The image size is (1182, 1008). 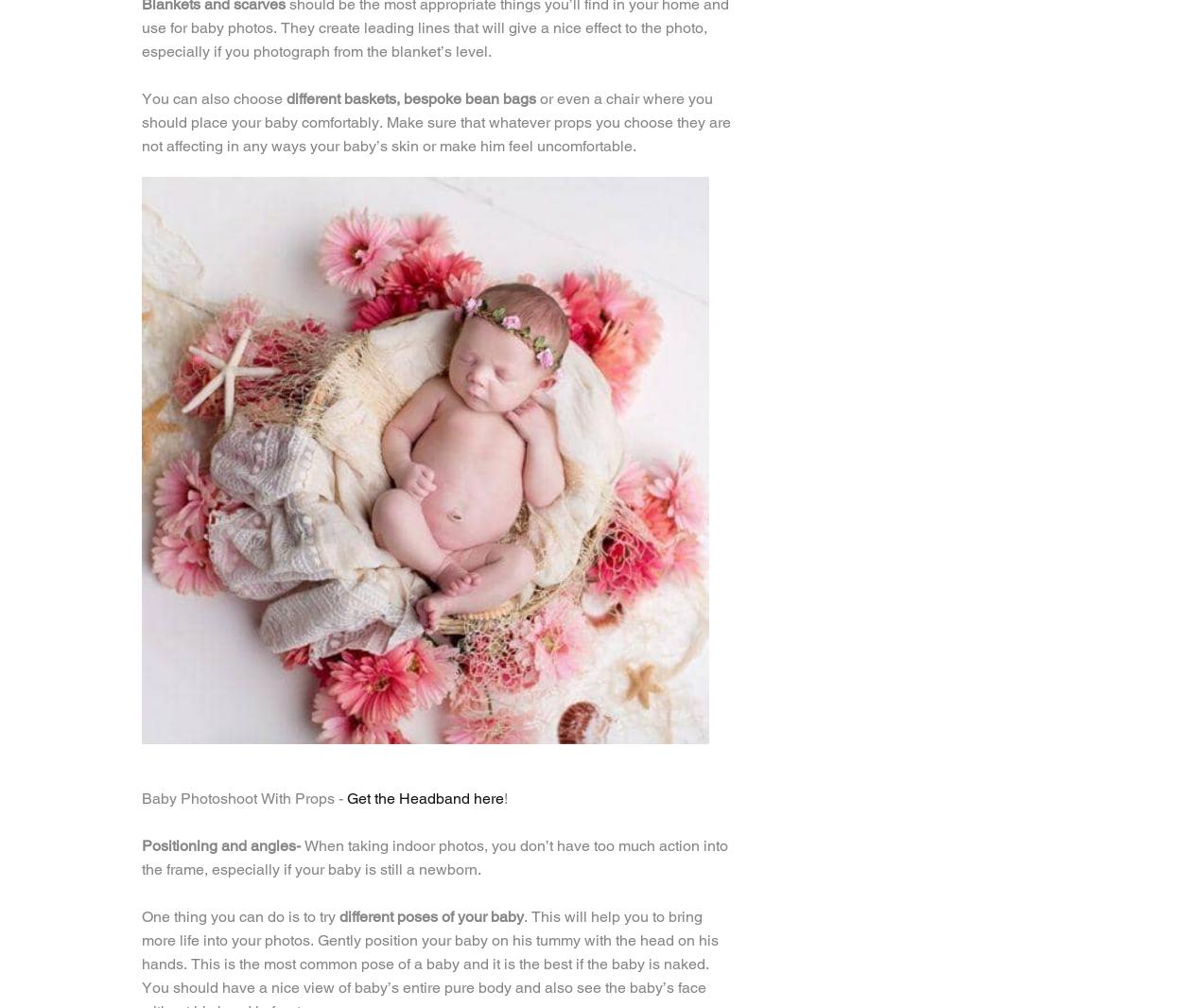 What do you see at coordinates (142, 845) in the screenshot?
I see `'Positioning and angles-'` at bounding box center [142, 845].